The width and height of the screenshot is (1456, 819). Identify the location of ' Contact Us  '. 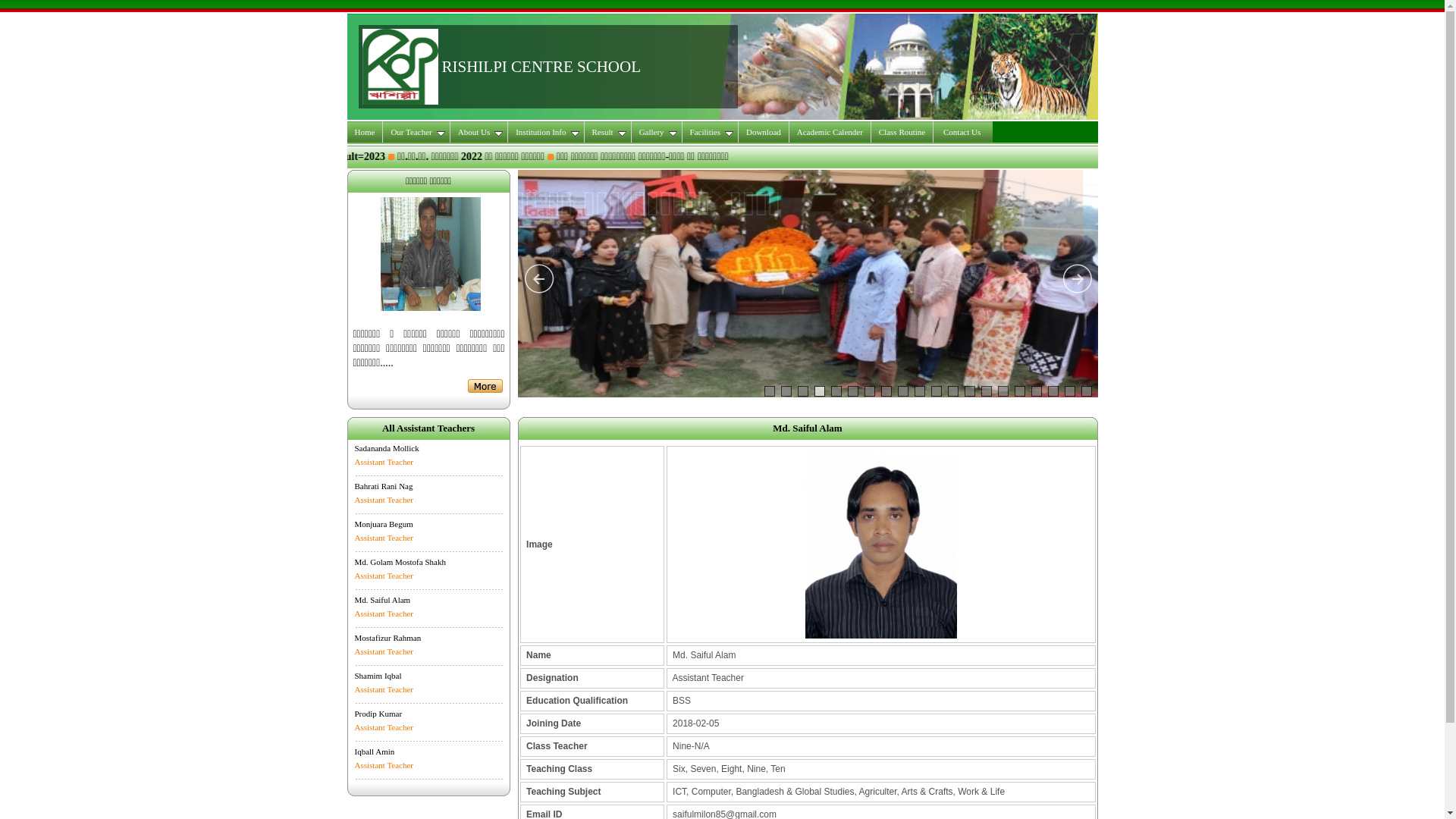
(962, 130).